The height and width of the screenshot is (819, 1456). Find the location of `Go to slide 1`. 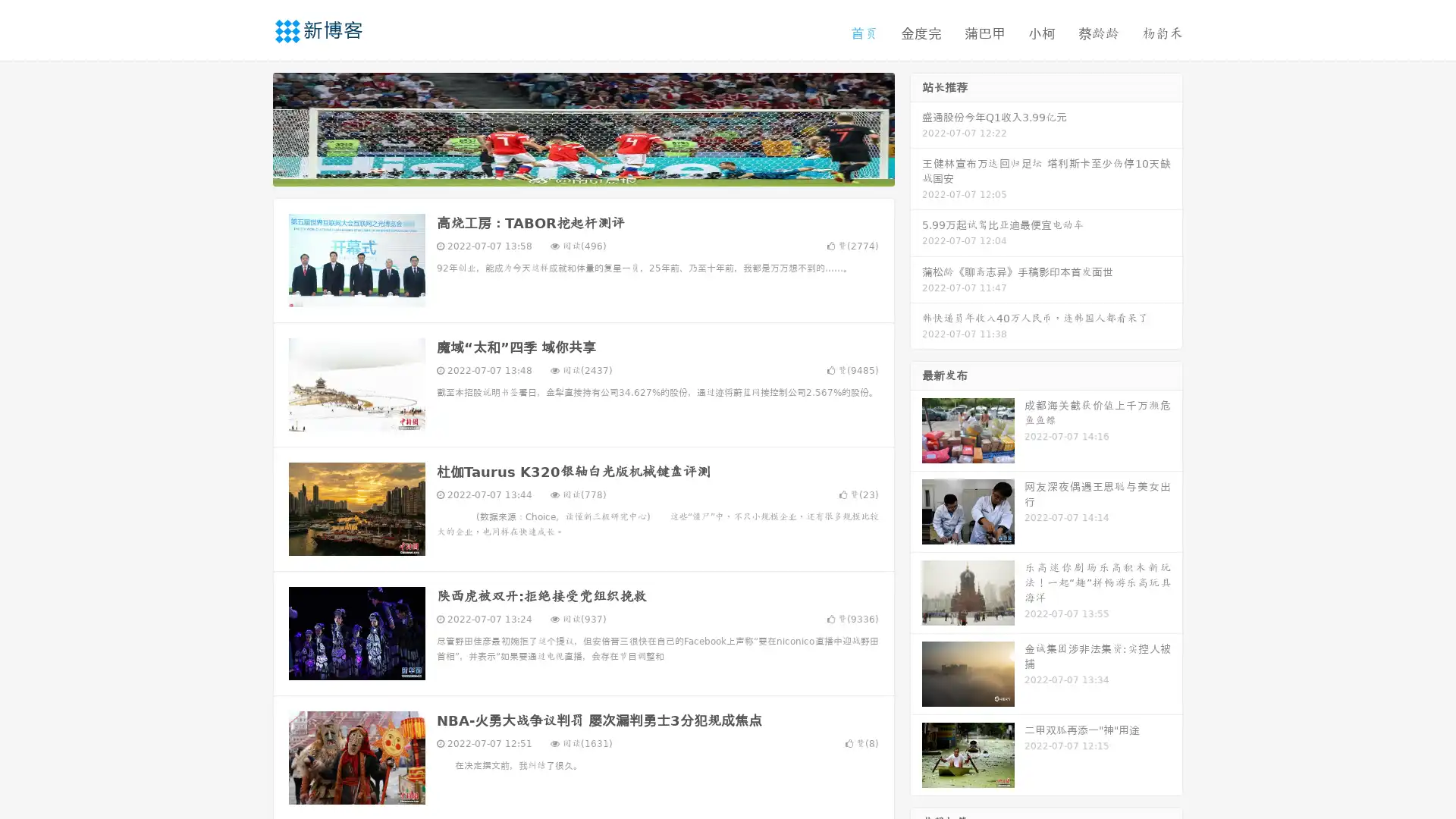

Go to slide 1 is located at coordinates (567, 171).